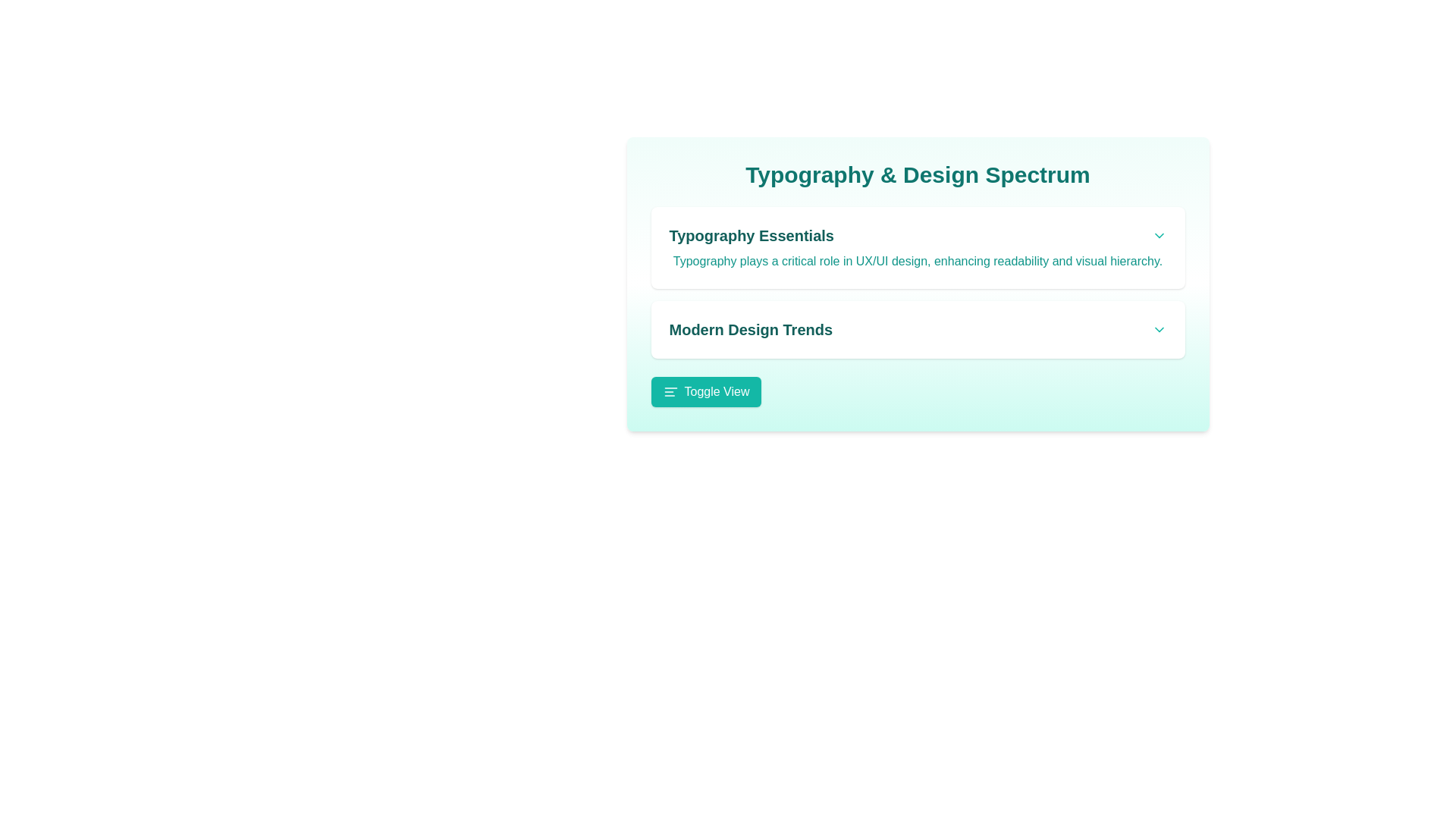  I want to click on the downward-pointing teal chevron icon located on the far right side of the horizontal bar containing 'Modern Design Trends' to change its color, so click(1158, 329).